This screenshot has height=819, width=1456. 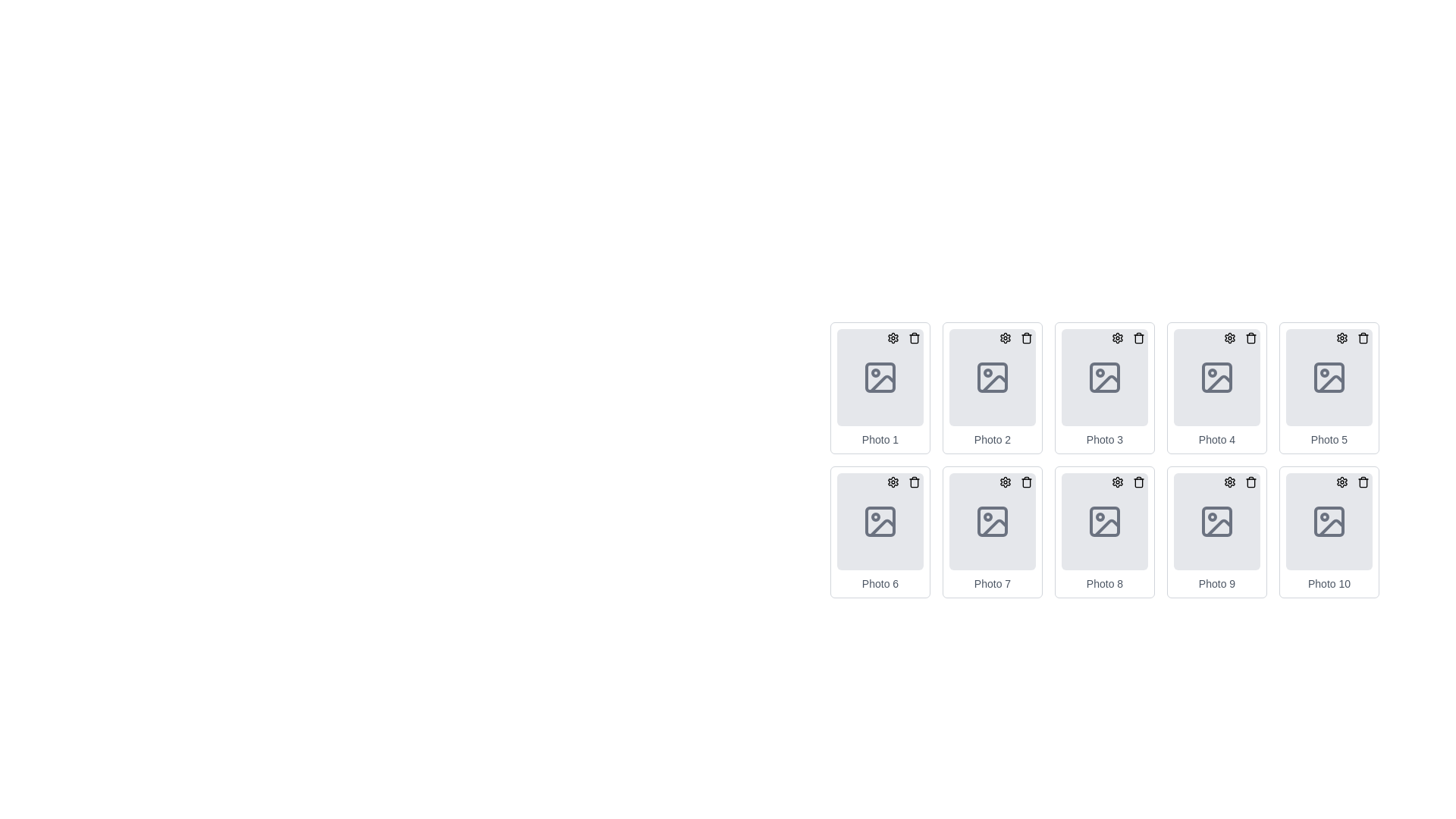 What do you see at coordinates (1139, 482) in the screenshot?
I see `the circular delete button with a trash can icon located in the top-right corner of the eighth photo box in the grid` at bounding box center [1139, 482].